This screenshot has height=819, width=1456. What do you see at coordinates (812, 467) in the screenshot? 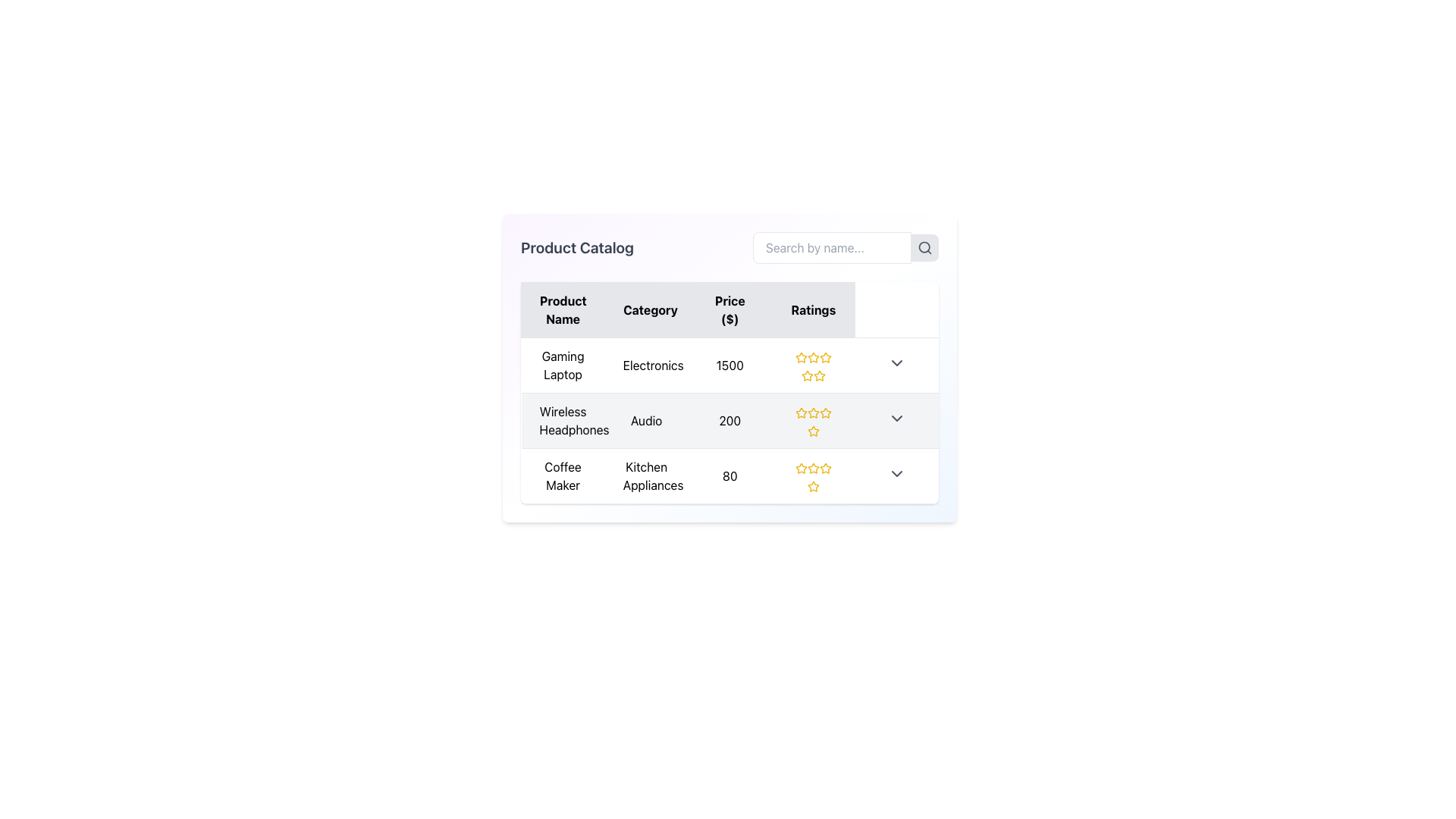
I see `the third star-shaped icon in the ratings section for 'Coffee Maker'` at bounding box center [812, 467].